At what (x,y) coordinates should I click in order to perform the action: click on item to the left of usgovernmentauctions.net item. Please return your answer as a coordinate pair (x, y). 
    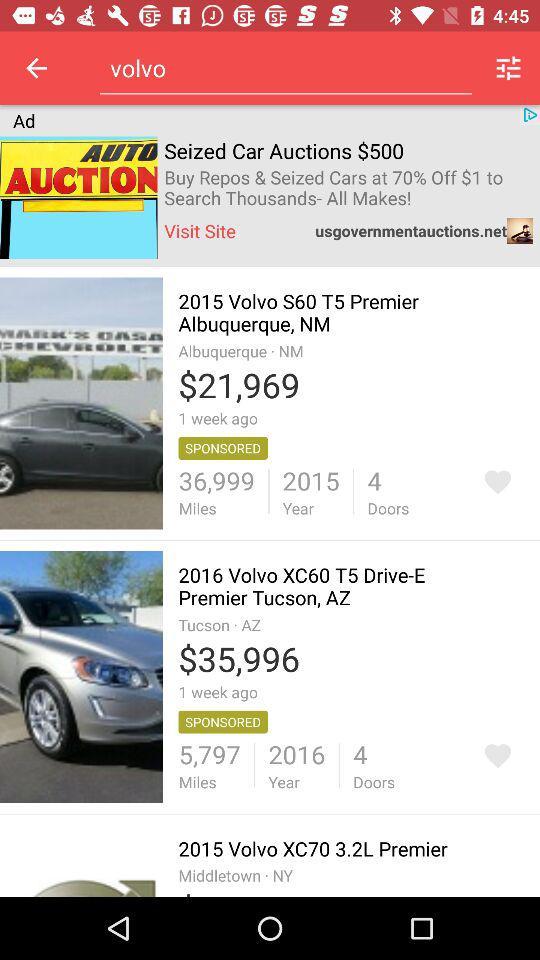
    Looking at the image, I should click on (200, 230).